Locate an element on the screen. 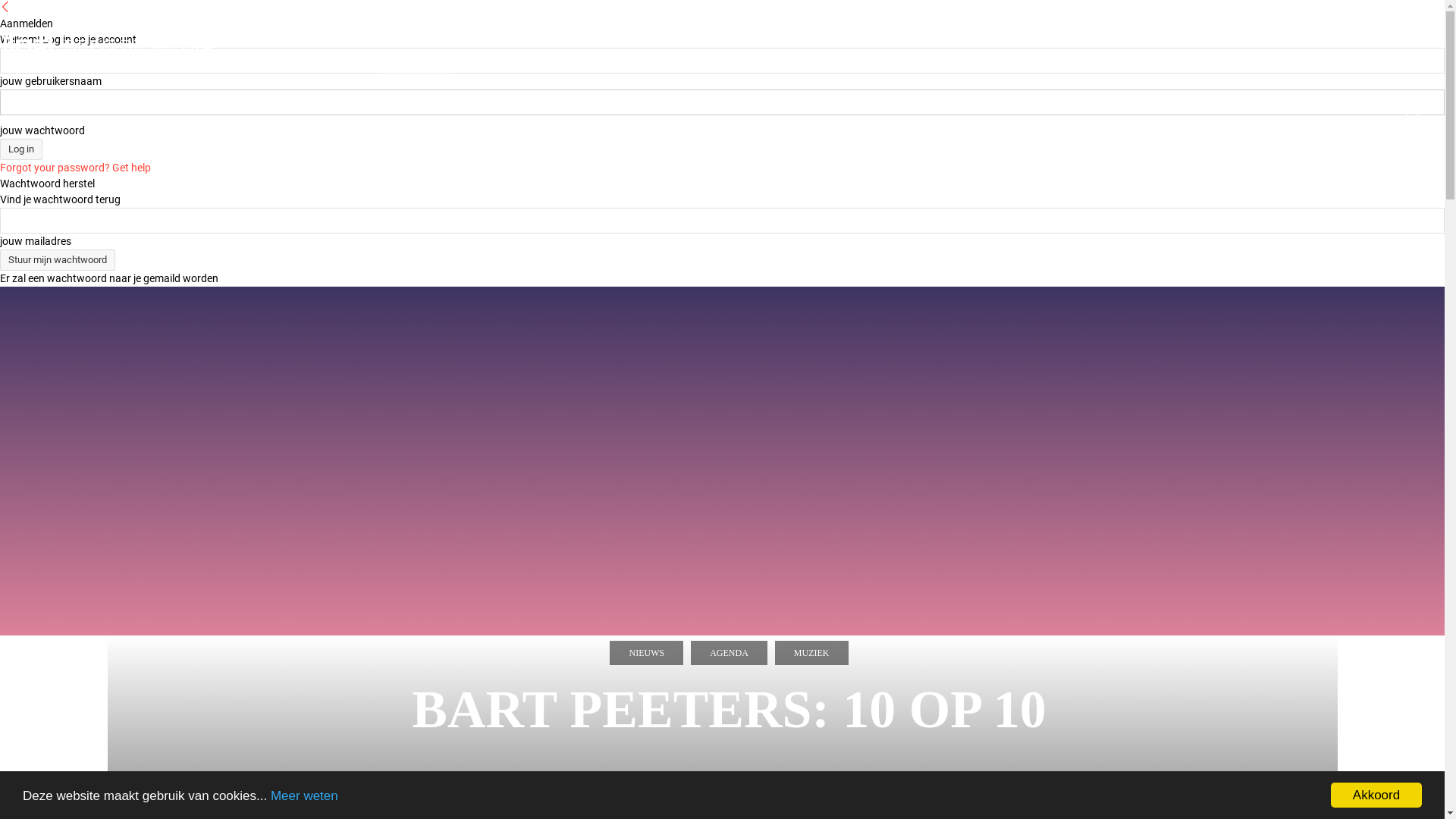 Image resolution: width=1456 pixels, height=819 pixels. 'NIEUWS' is located at coordinates (646, 651).